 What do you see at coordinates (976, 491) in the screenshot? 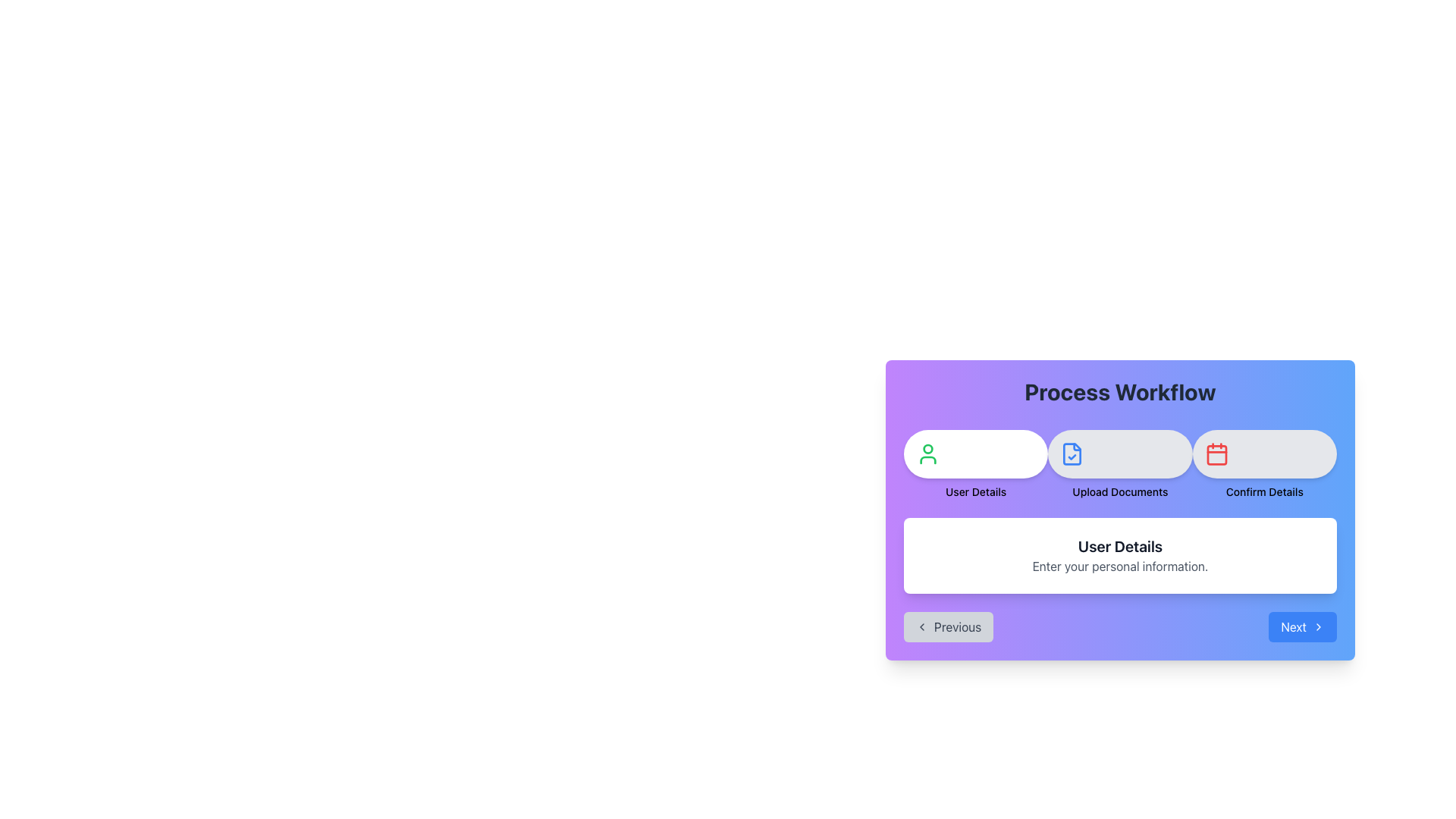
I see `the text label 'User Details' located in the first segment of the horizontal navigation bar beneath the user profile icon` at bounding box center [976, 491].